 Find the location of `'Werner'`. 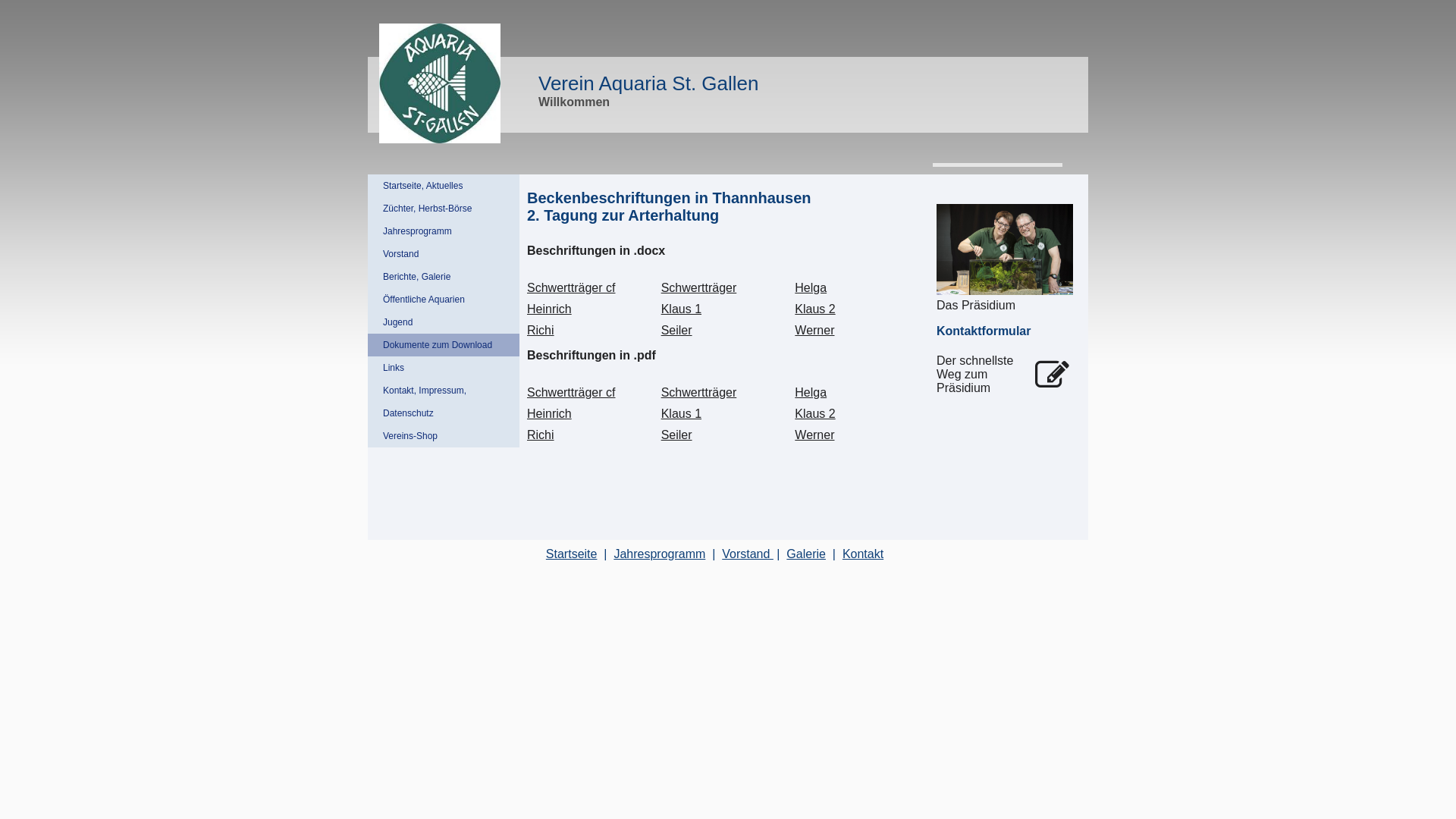

'Werner' is located at coordinates (814, 329).